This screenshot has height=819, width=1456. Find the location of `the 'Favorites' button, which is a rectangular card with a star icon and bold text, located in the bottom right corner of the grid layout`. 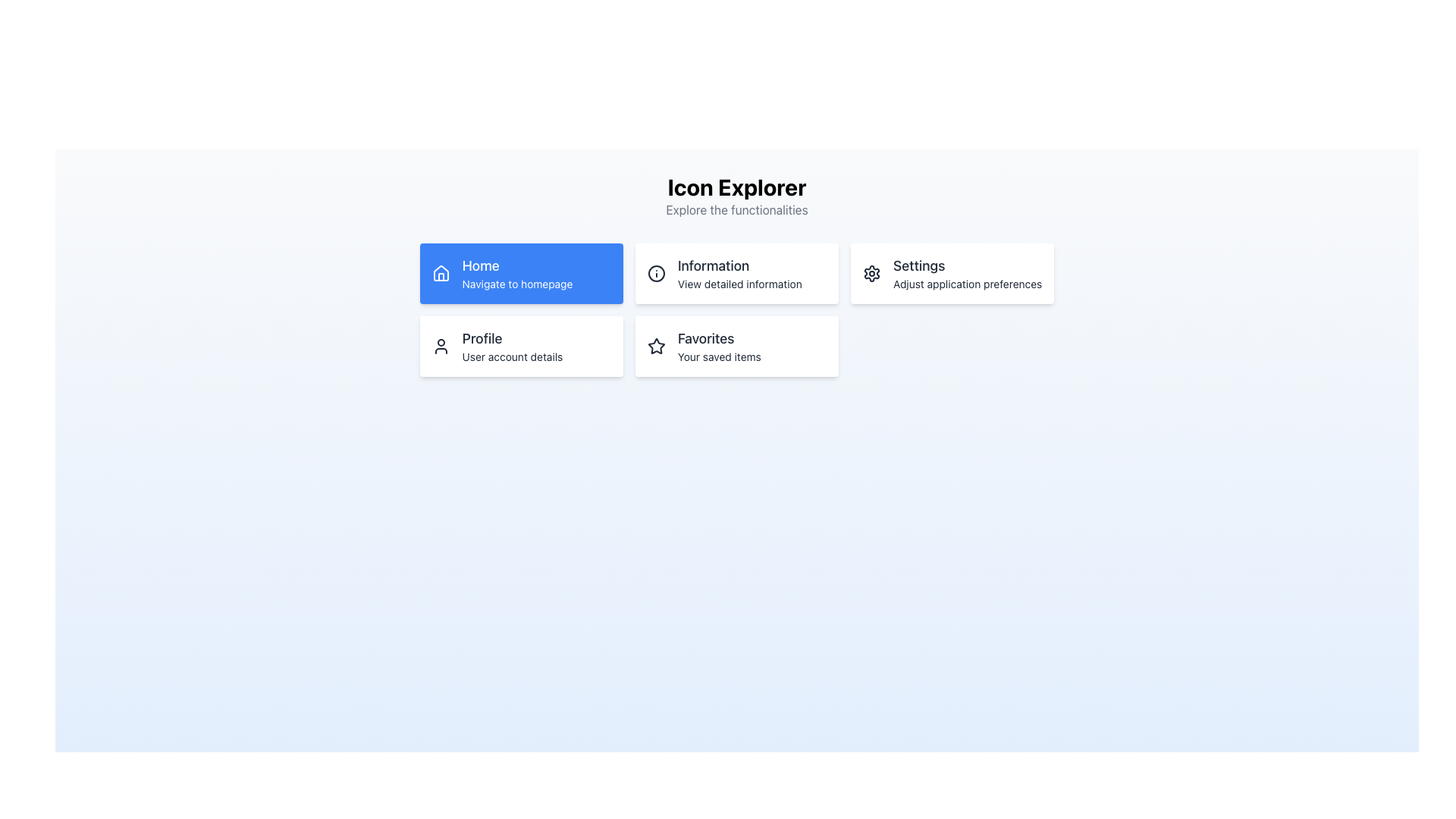

the 'Favorites' button, which is a rectangular card with a star icon and bold text, located in the bottom right corner of the grid layout is located at coordinates (736, 346).